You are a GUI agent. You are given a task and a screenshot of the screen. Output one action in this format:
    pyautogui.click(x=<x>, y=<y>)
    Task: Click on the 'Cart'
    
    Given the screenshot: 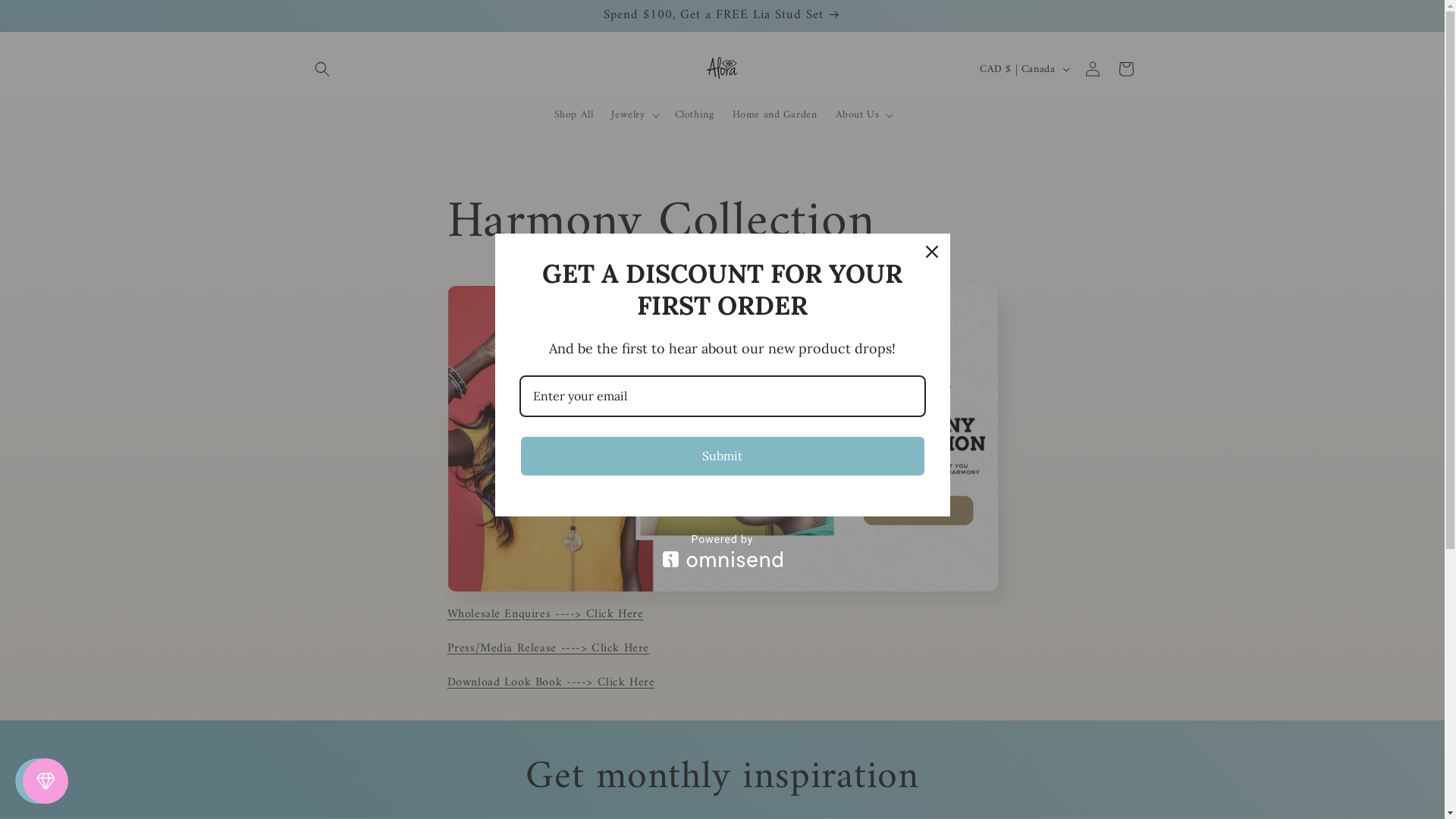 What is the action you would take?
    pyautogui.click(x=1125, y=69)
    